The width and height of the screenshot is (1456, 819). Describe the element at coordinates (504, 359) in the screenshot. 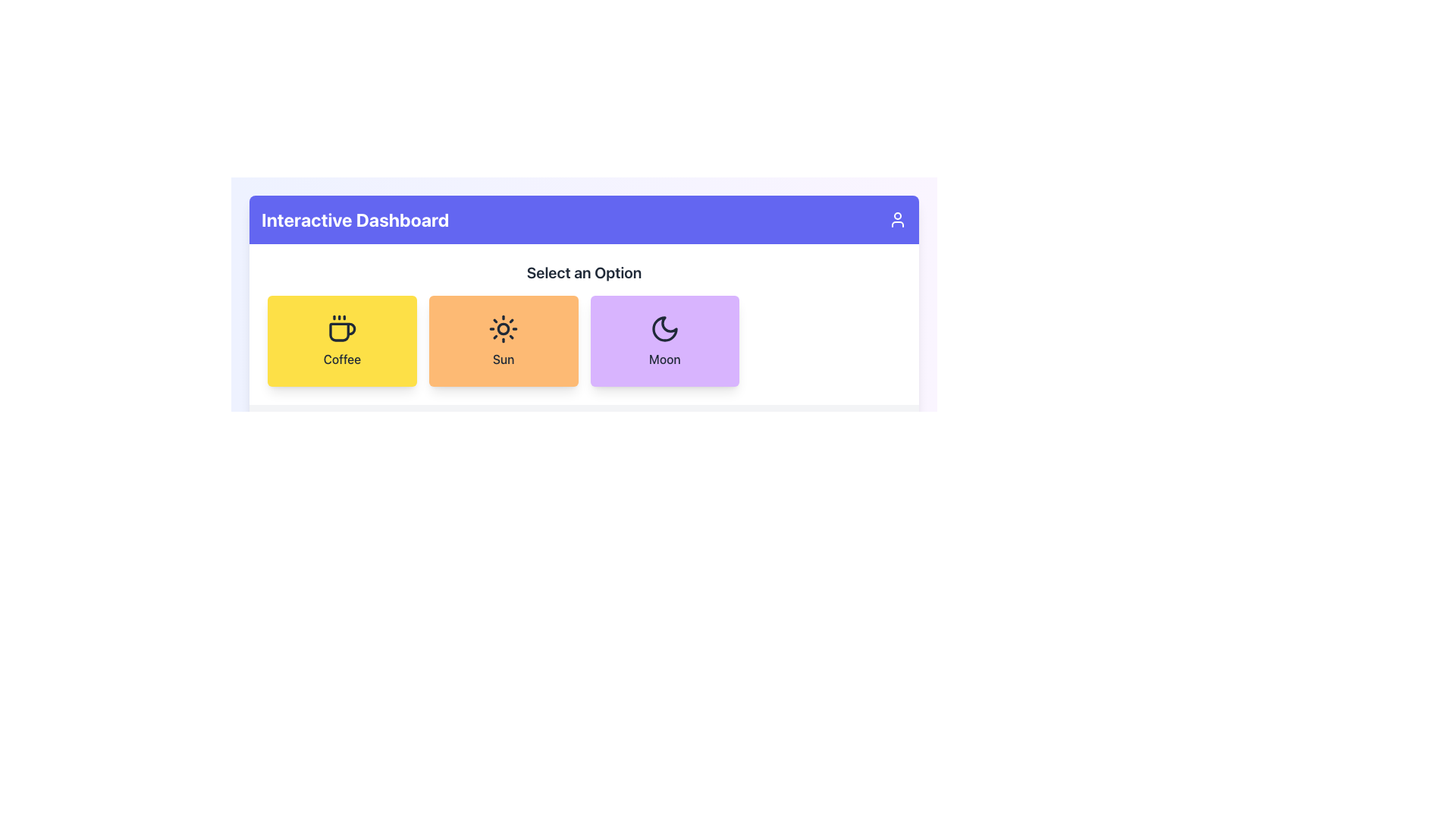

I see `the text label displaying the word 'Sun' which is styled in medium-weight font and dark gray color, located near the bottom of an orange rectangular card that is the second card from the left in a row of three cards` at that location.